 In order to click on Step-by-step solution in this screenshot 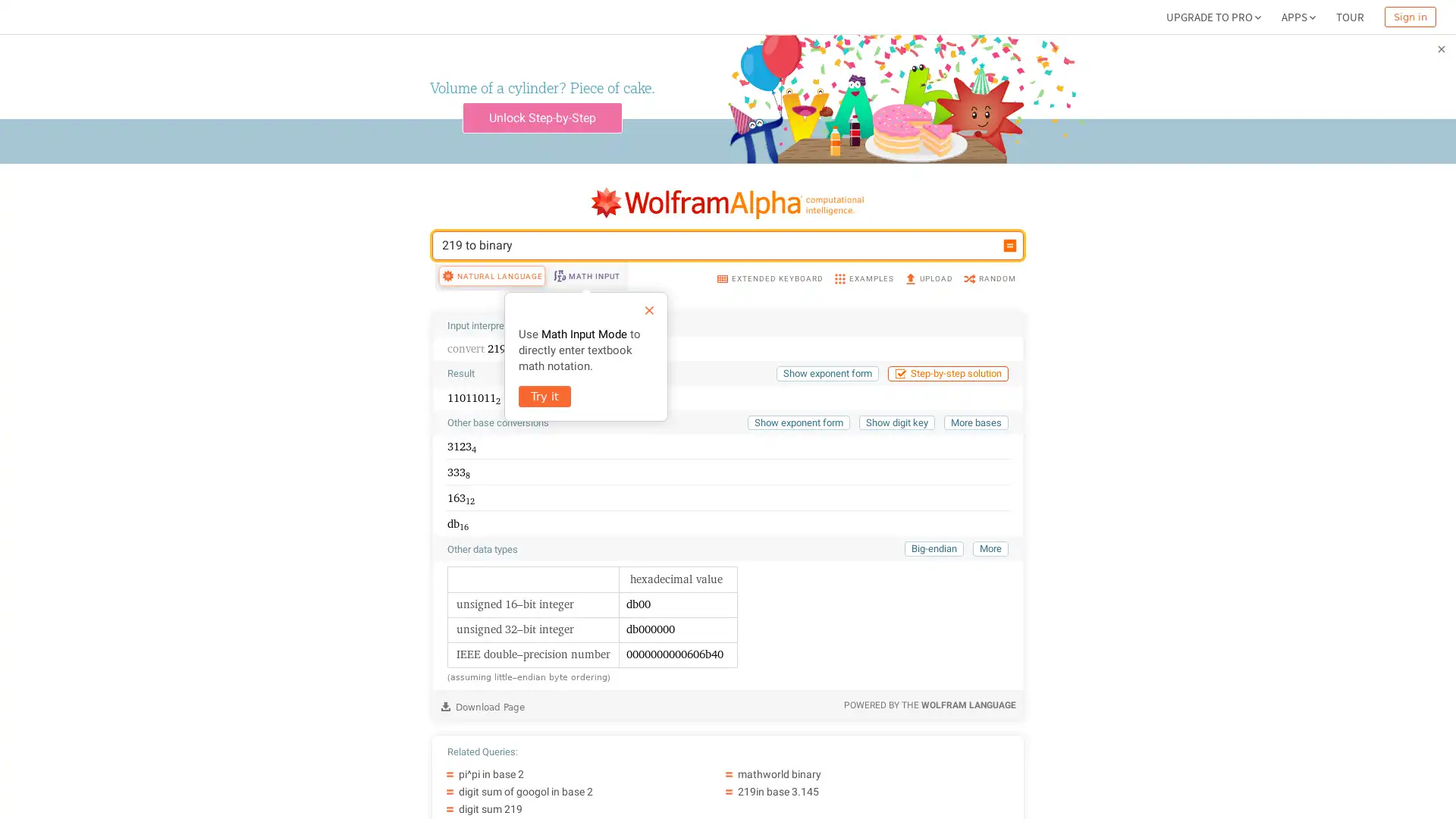, I will do `click(947, 402)`.